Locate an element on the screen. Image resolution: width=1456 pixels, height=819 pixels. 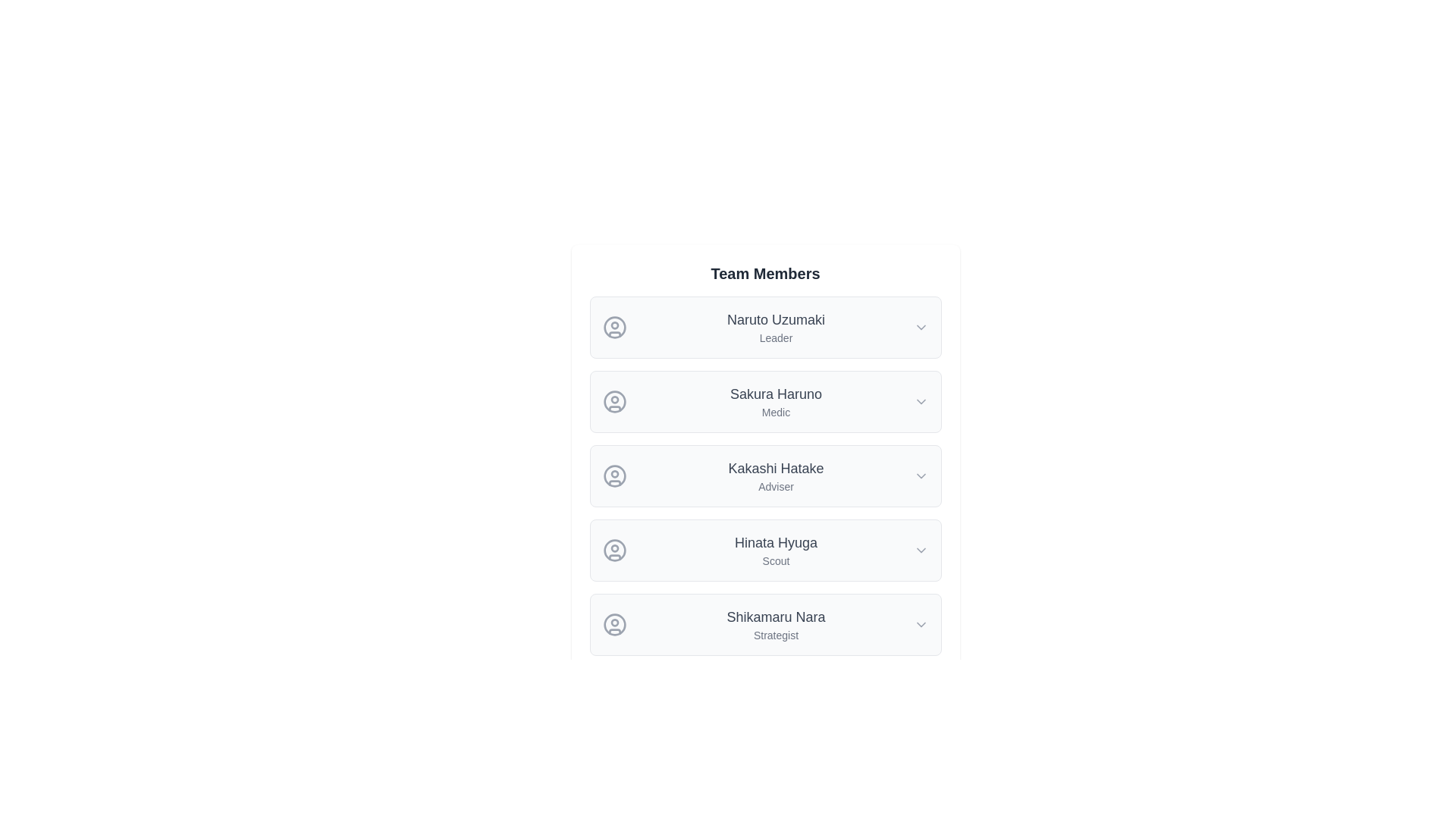
on the Text display element in the fourth slot of the 'Team Members' list is located at coordinates (776, 550).